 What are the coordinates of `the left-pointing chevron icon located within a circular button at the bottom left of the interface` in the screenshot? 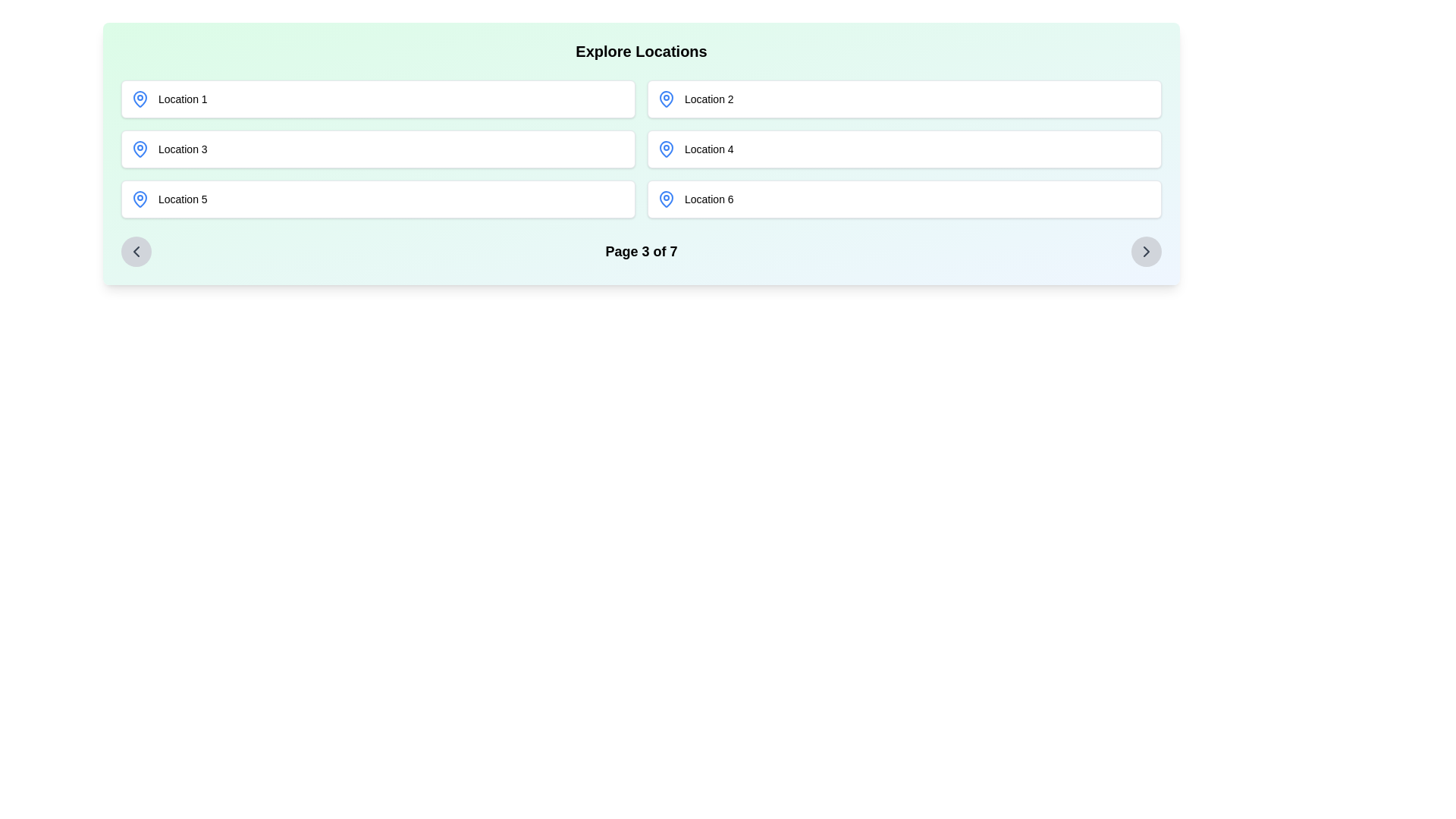 It's located at (136, 250).